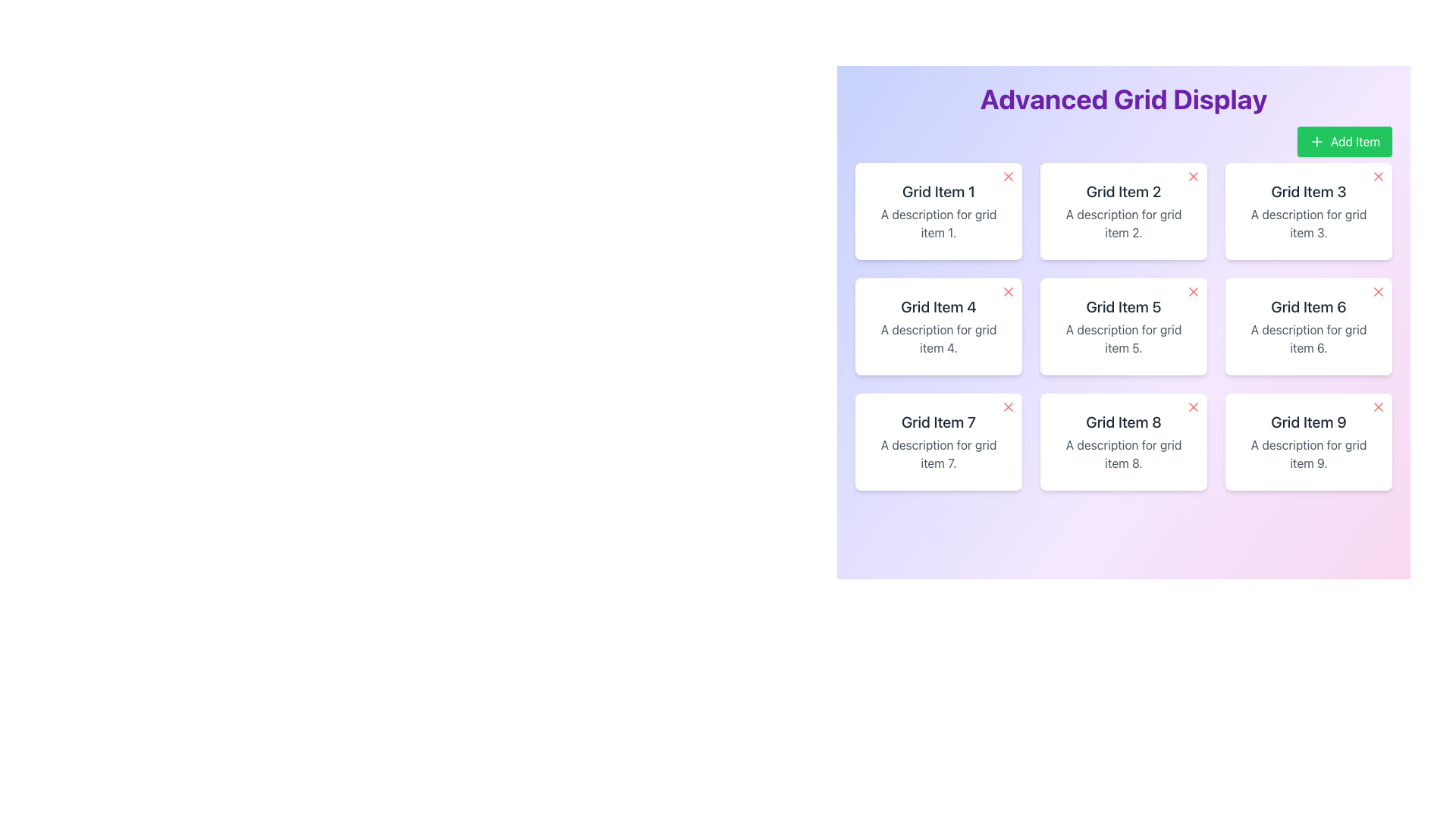  What do you see at coordinates (1308, 453) in the screenshot?
I see `the text label displaying 'A description for grid item 9.' located beneath the heading 'Grid Item 9' in the bottom-right card of the grid layout` at bounding box center [1308, 453].